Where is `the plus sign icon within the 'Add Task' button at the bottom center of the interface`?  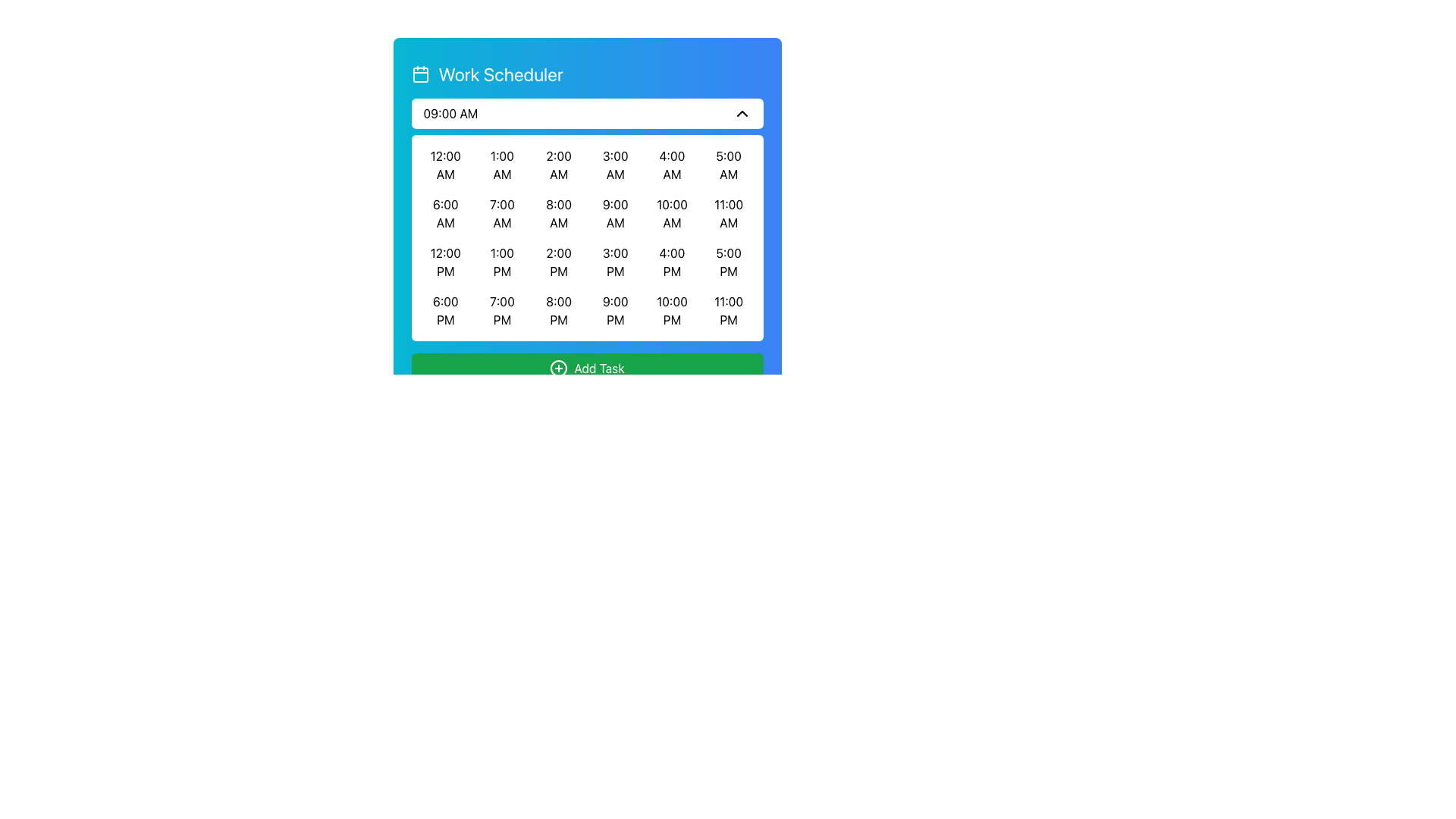 the plus sign icon within the 'Add Task' button at the bottom center of the interface is located at coordinates (558, 369).